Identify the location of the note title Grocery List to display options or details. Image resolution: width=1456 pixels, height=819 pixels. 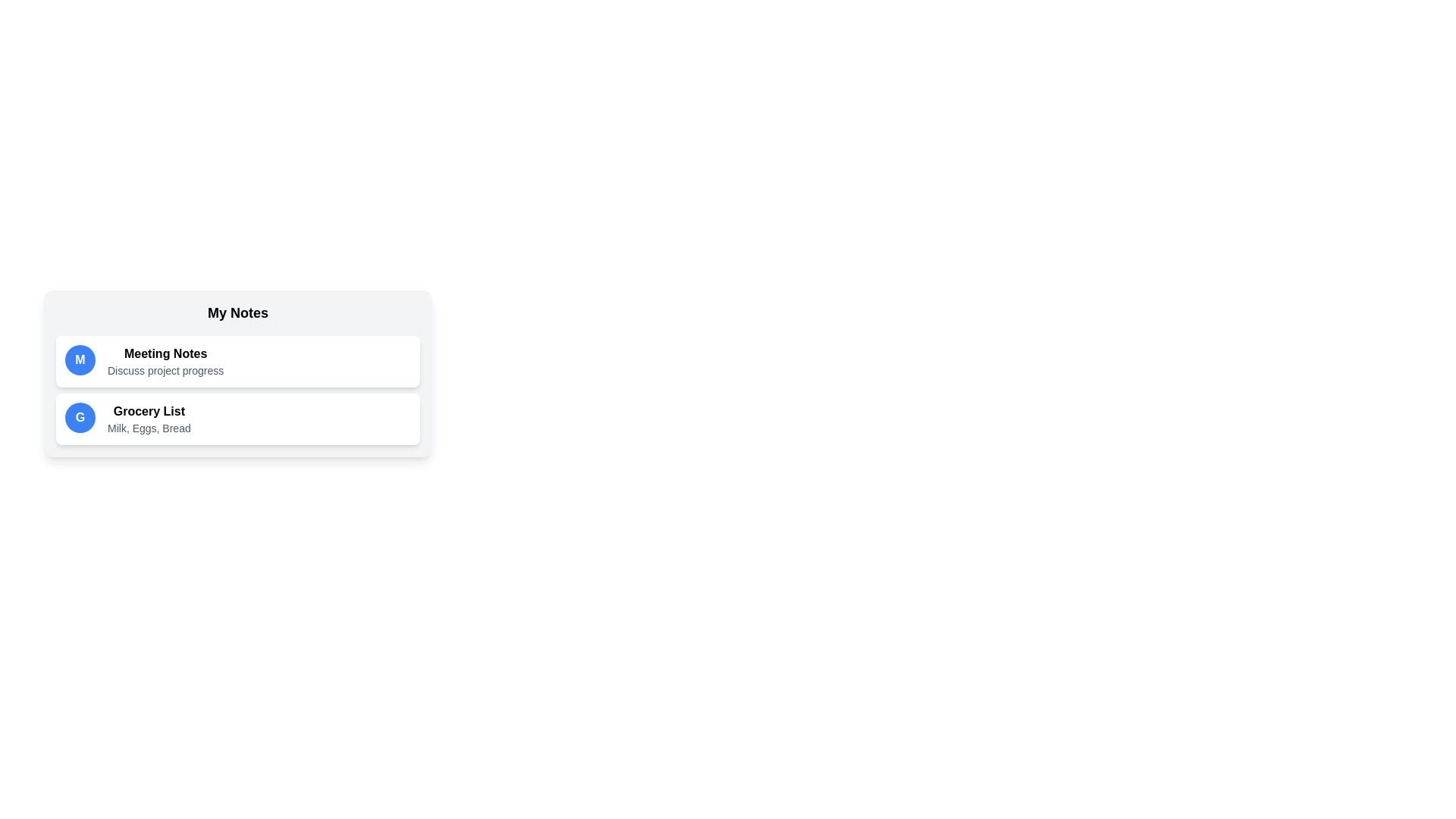
(149, 412).